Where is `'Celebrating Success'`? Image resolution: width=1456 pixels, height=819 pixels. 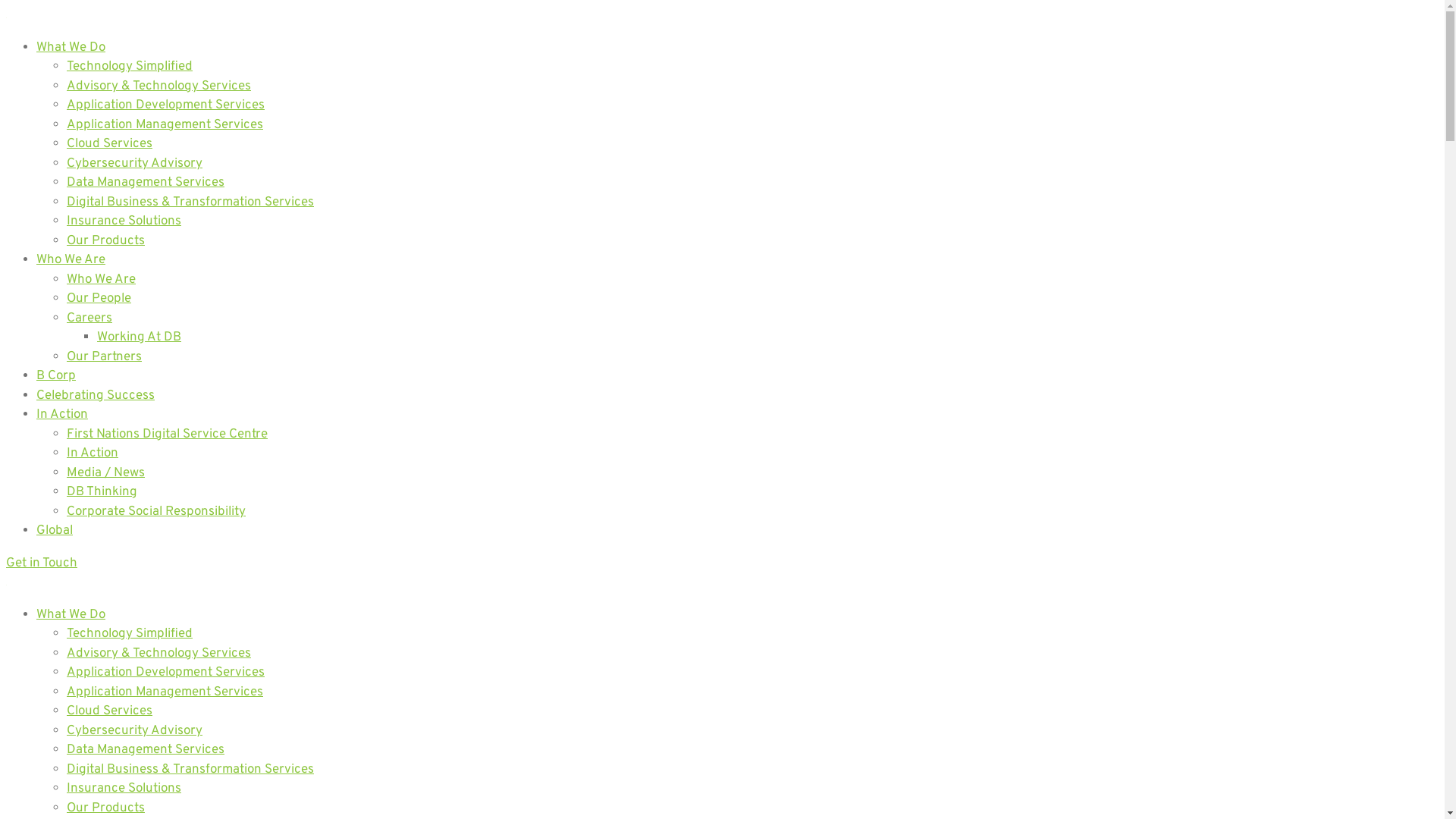
'Celebrating Success' is located at coordinates (94, 394).